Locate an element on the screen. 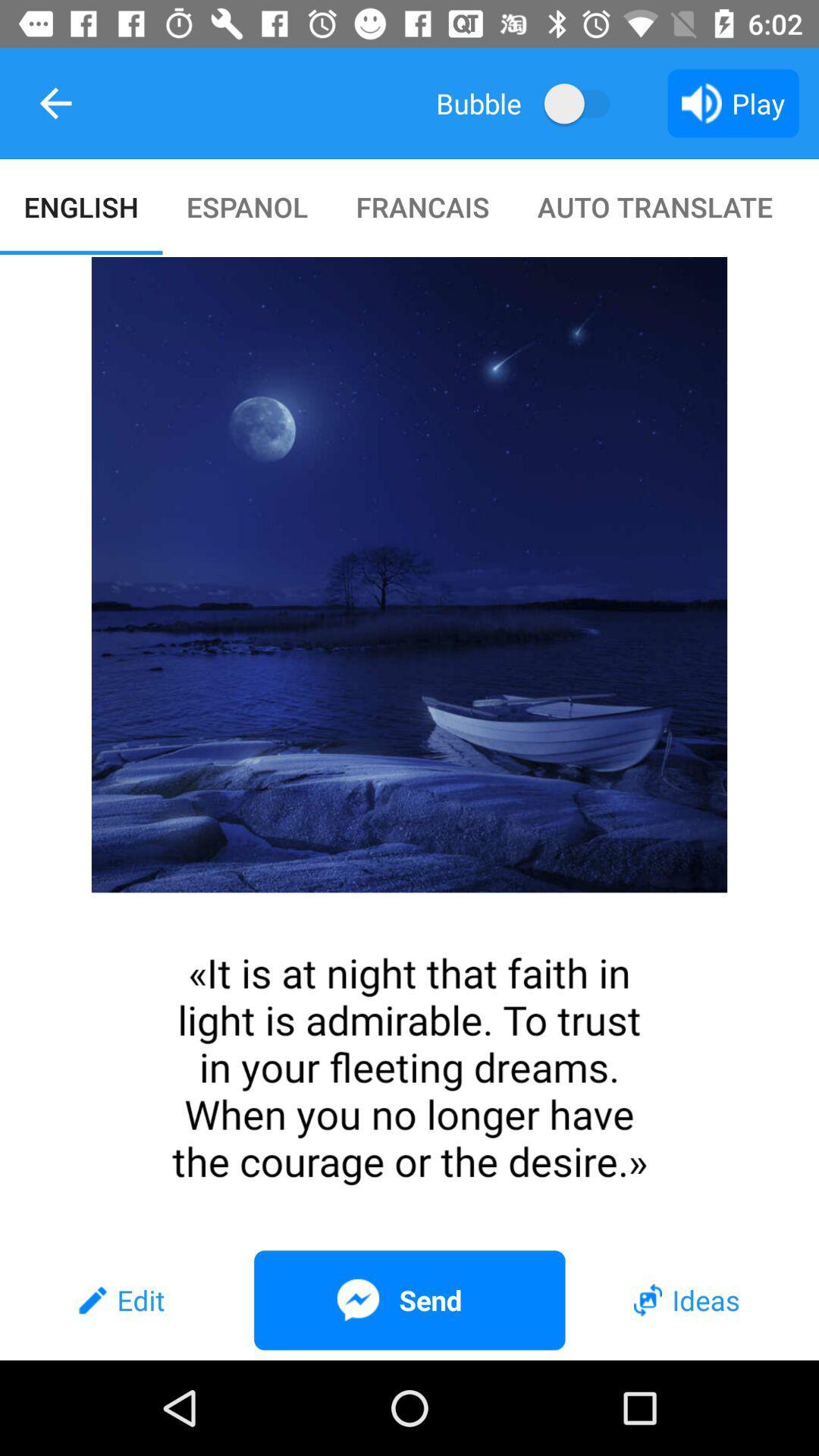 Image resolution: width=819 pixels, height=1456 pixels. item at the center is located at coordinates (409, 748).